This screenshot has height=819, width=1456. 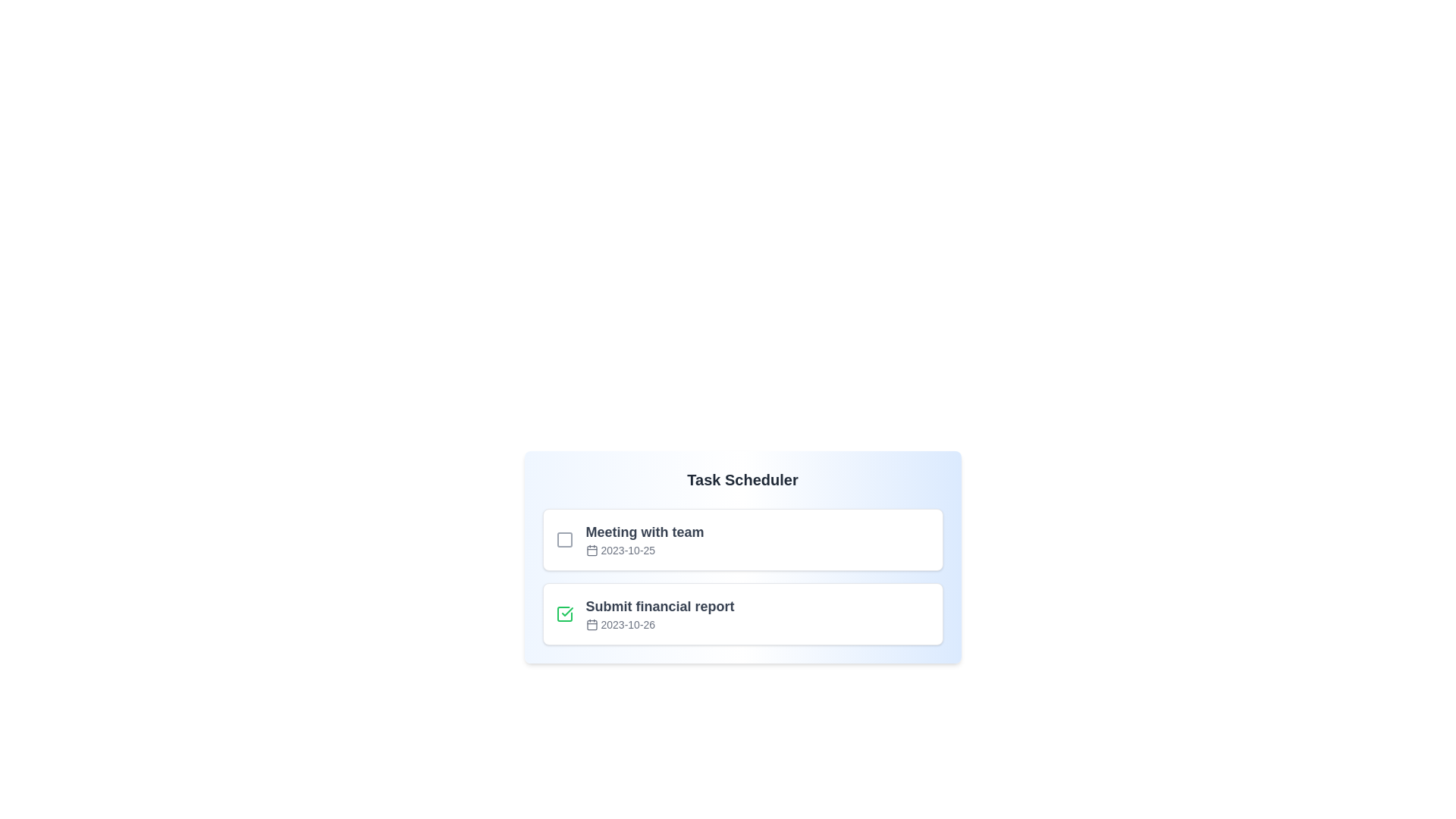 I want to click on text content of the title or header in the first card of a vertically stacked list, located at the specified coordinates, so click(x=645, y=532).